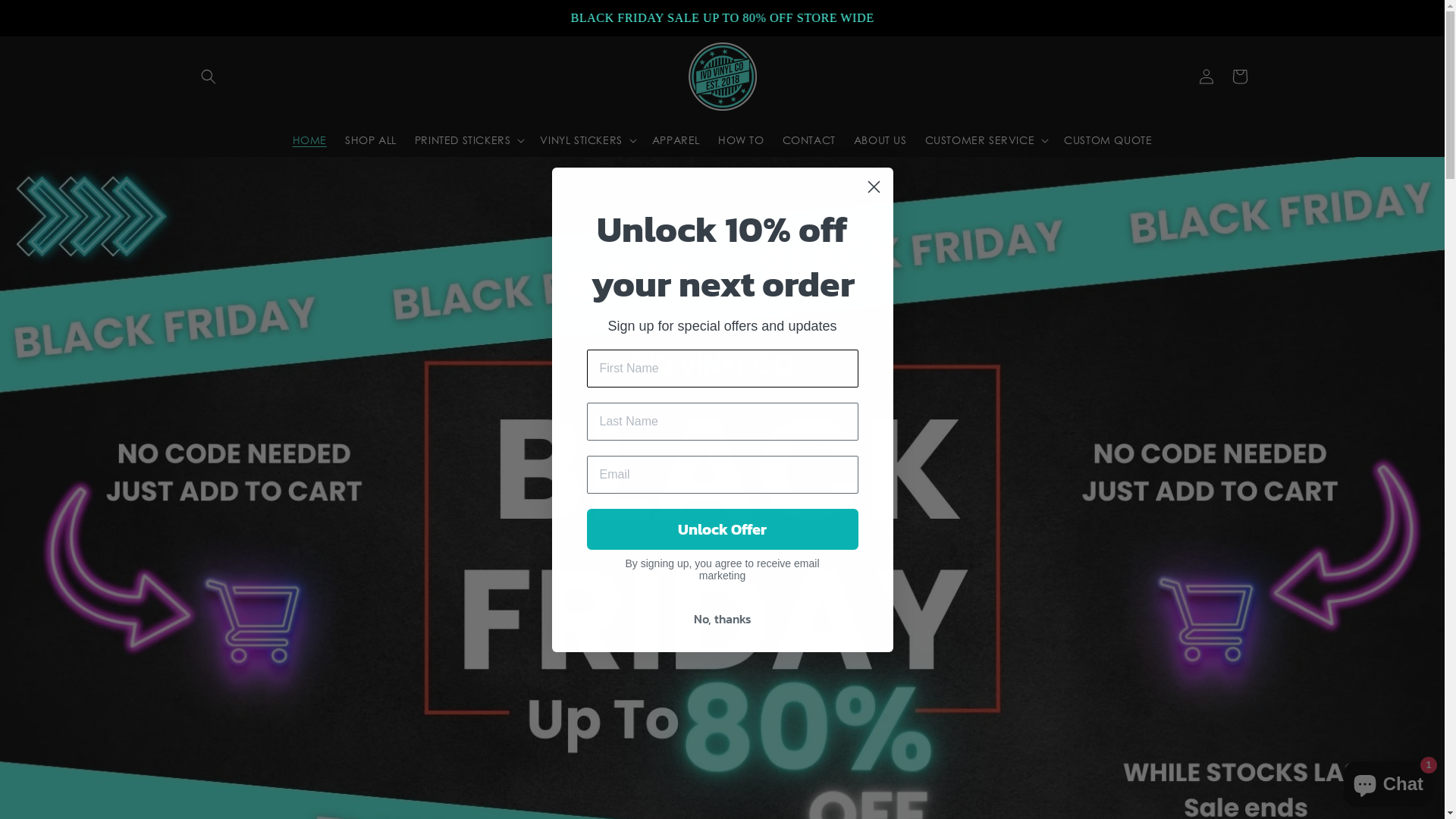  What do you see at coordinates (309, 140) in the screenshot?
I see `'HOME'` at bounding box center [309, 140].